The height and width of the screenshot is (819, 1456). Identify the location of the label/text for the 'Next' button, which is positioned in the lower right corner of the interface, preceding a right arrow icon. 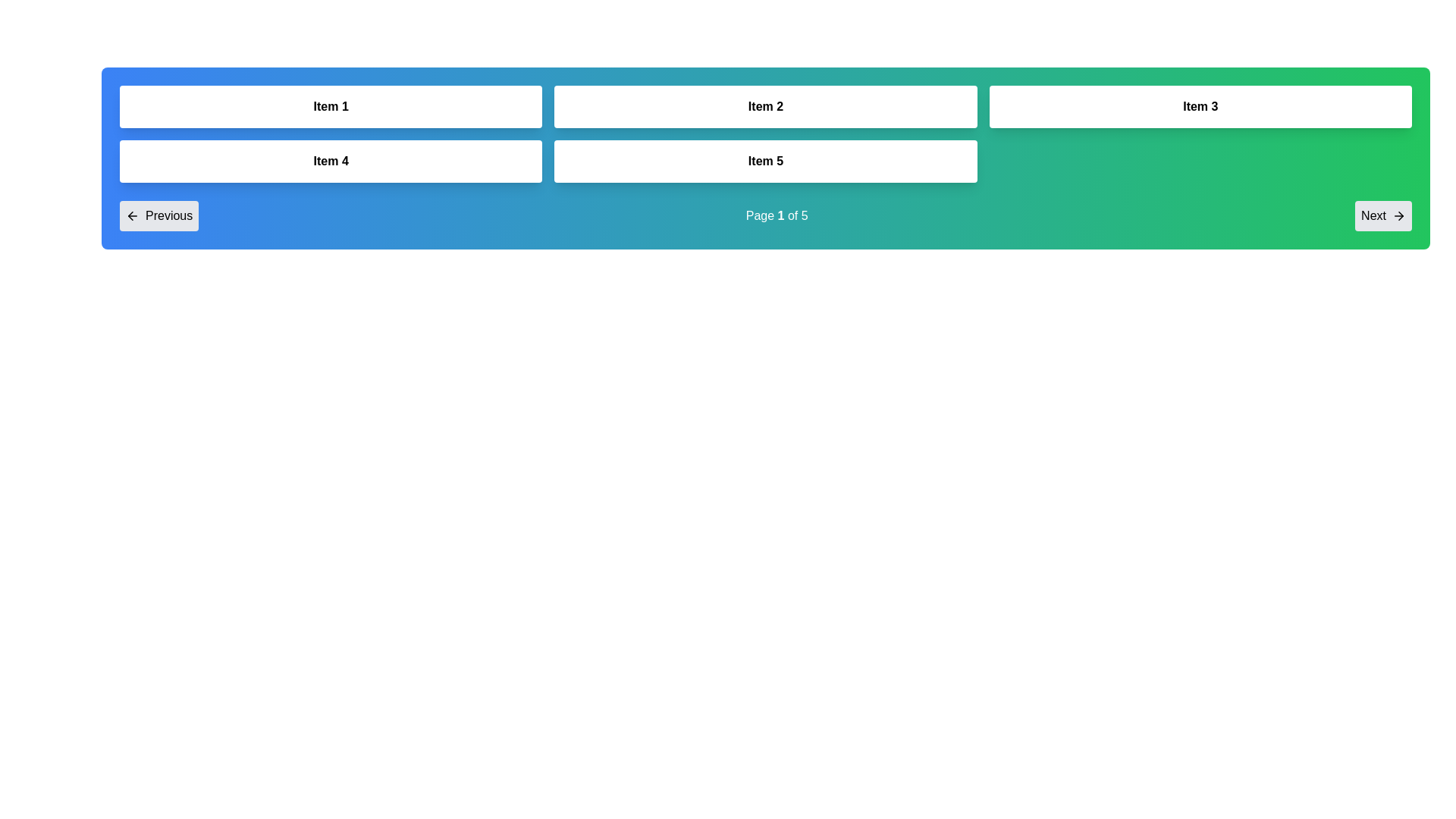
(1373, 216).